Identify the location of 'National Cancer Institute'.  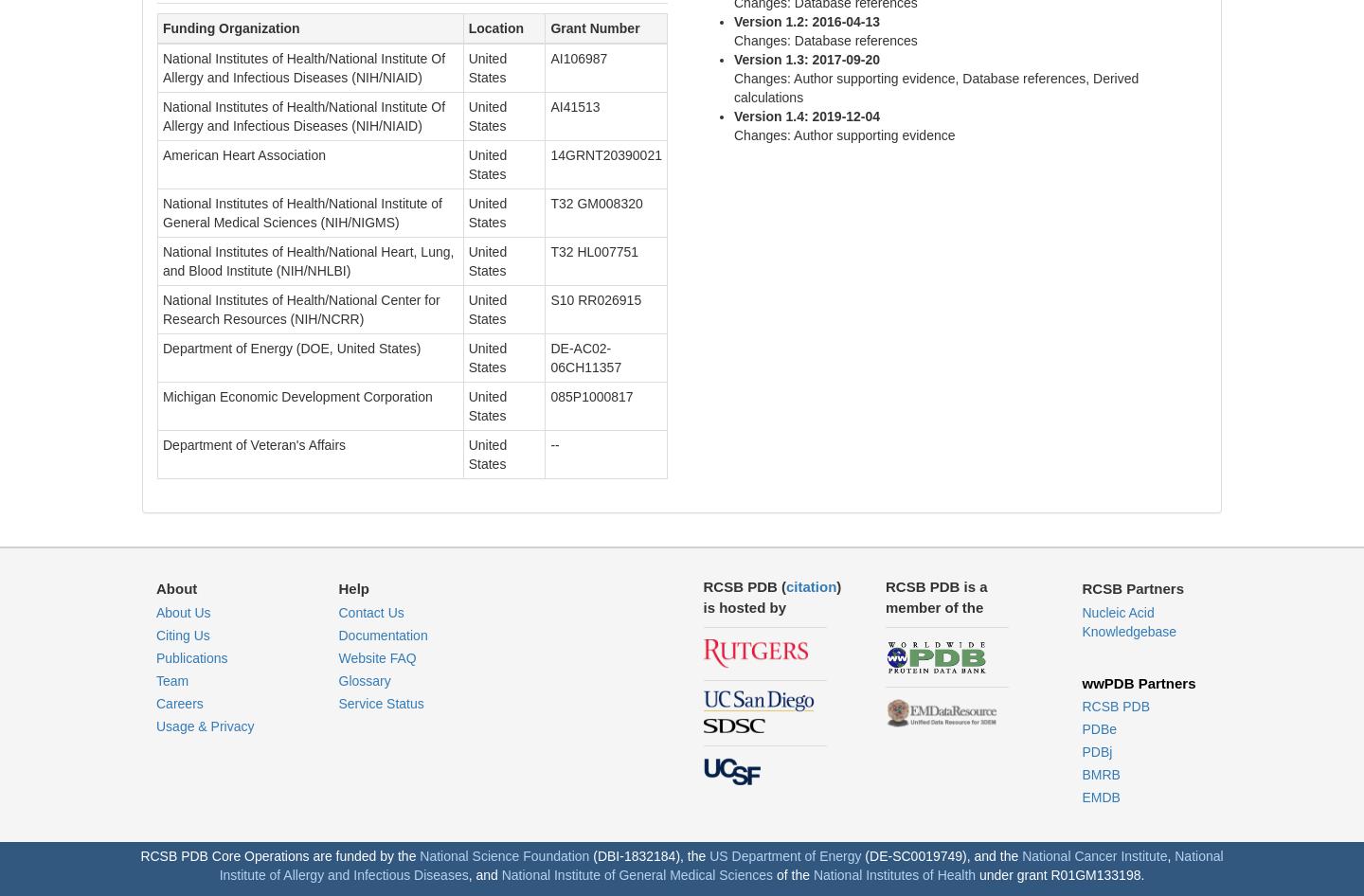
(1094, 854).